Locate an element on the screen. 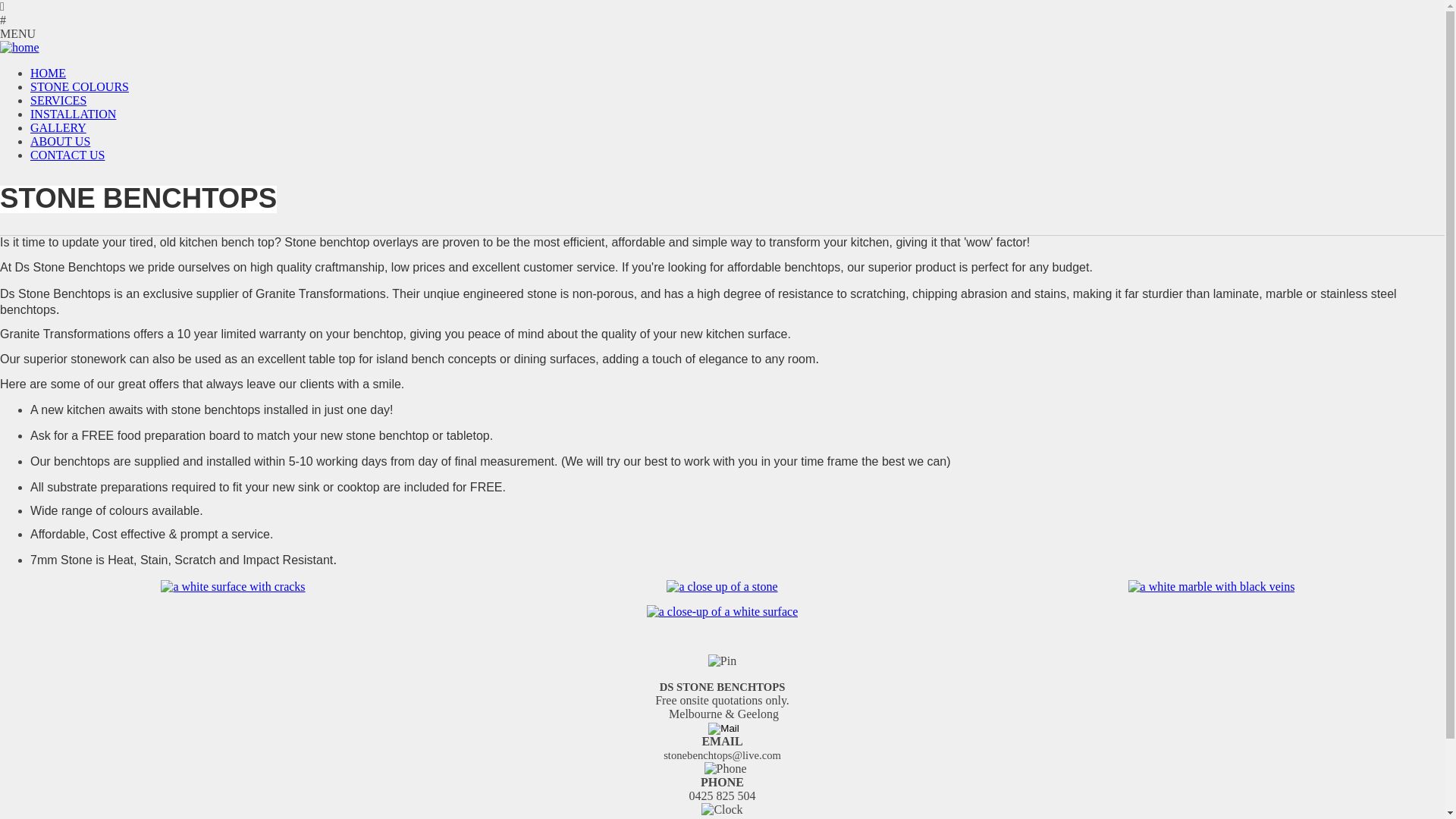 This screenshot has width=1456, height=819. 'ABOUT US' is located at coordinates (60, 141).